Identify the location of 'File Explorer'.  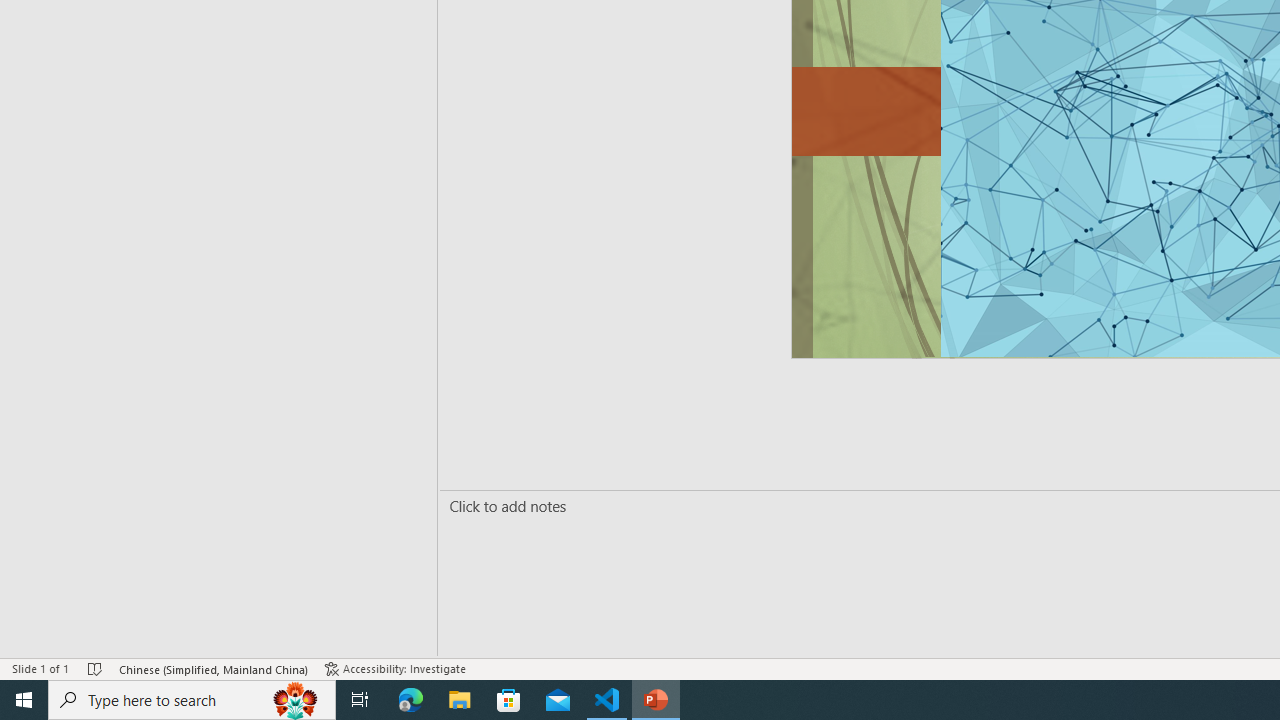
(459, 698).